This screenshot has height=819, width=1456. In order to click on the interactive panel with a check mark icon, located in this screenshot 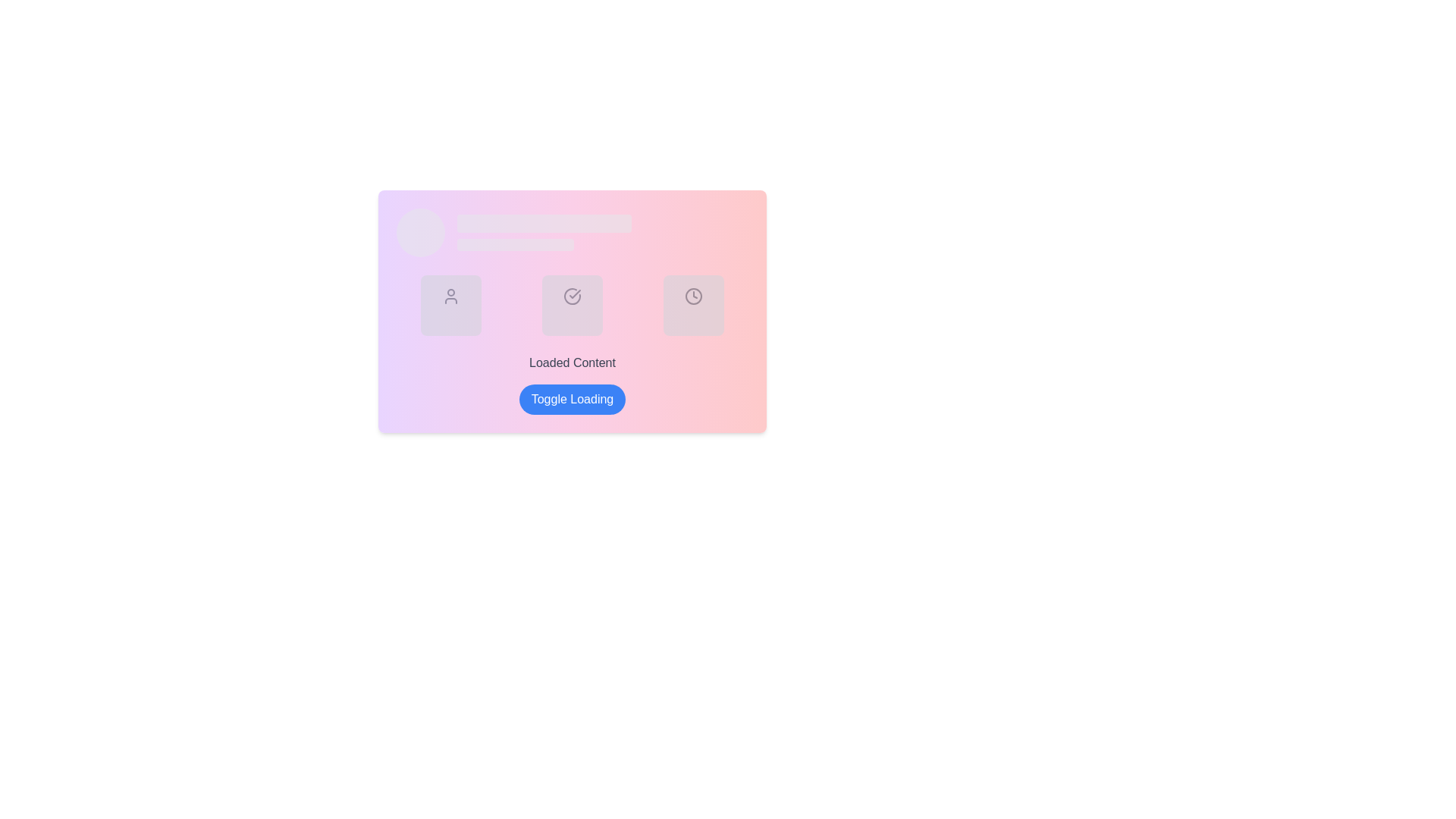, I will do `click(571, 305)`.